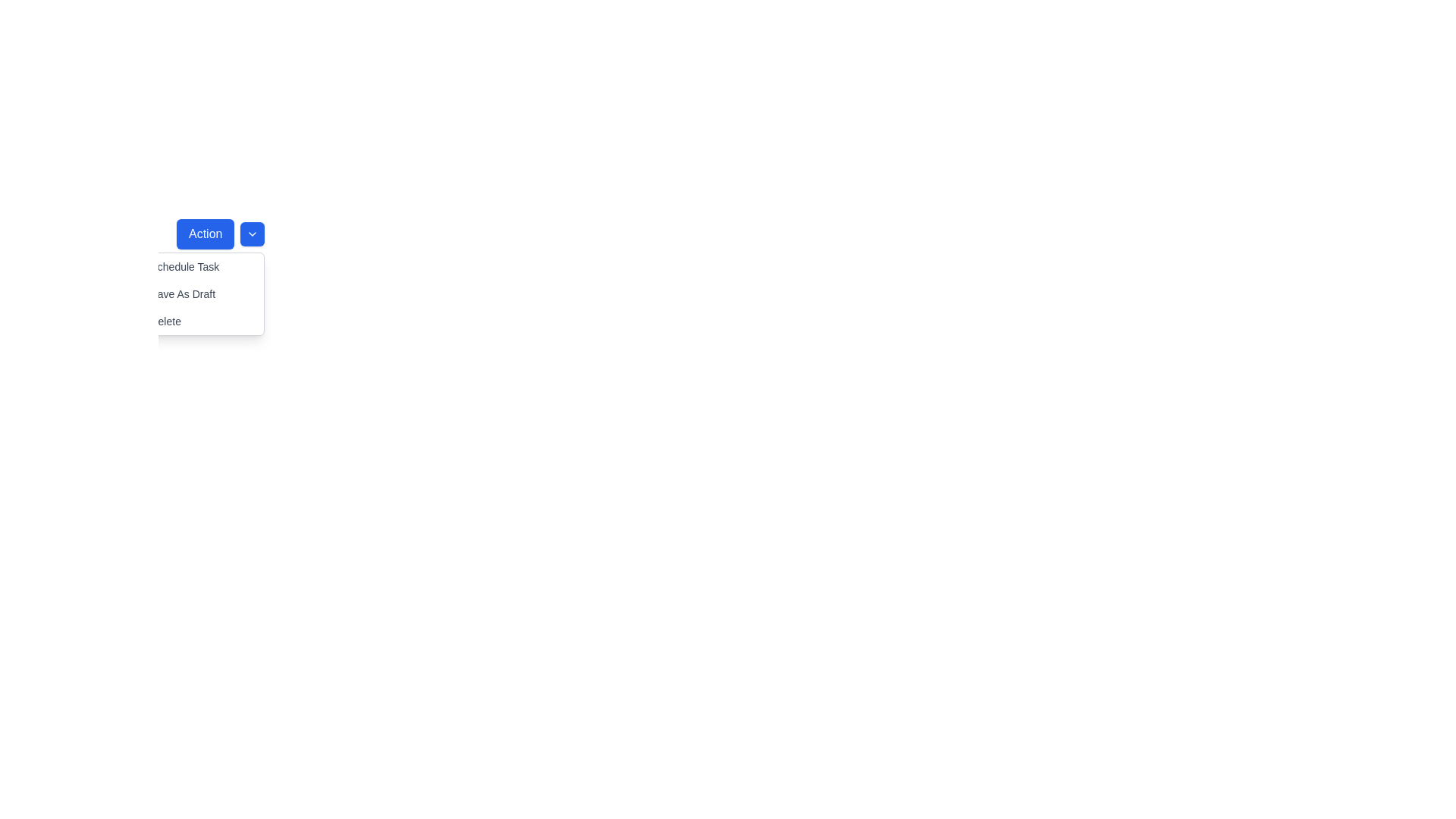 The height and width of the screenshot is (819, 1456). Describe the element at coordinates (191, 265) in the screenshot. I see `the 'Schedule Task' button, which is the first item` at that location.